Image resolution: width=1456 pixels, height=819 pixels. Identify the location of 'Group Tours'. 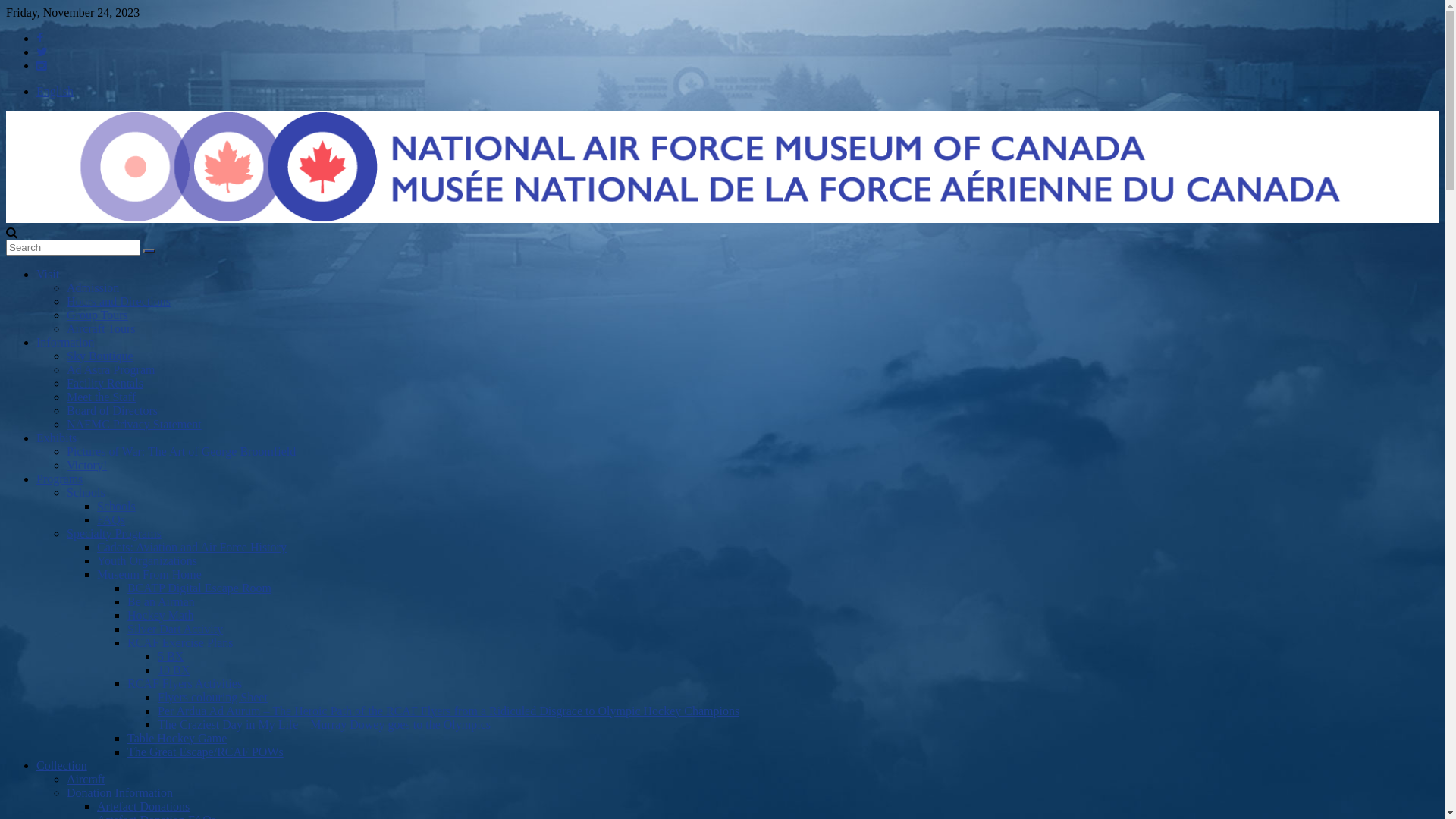
(96, 314).